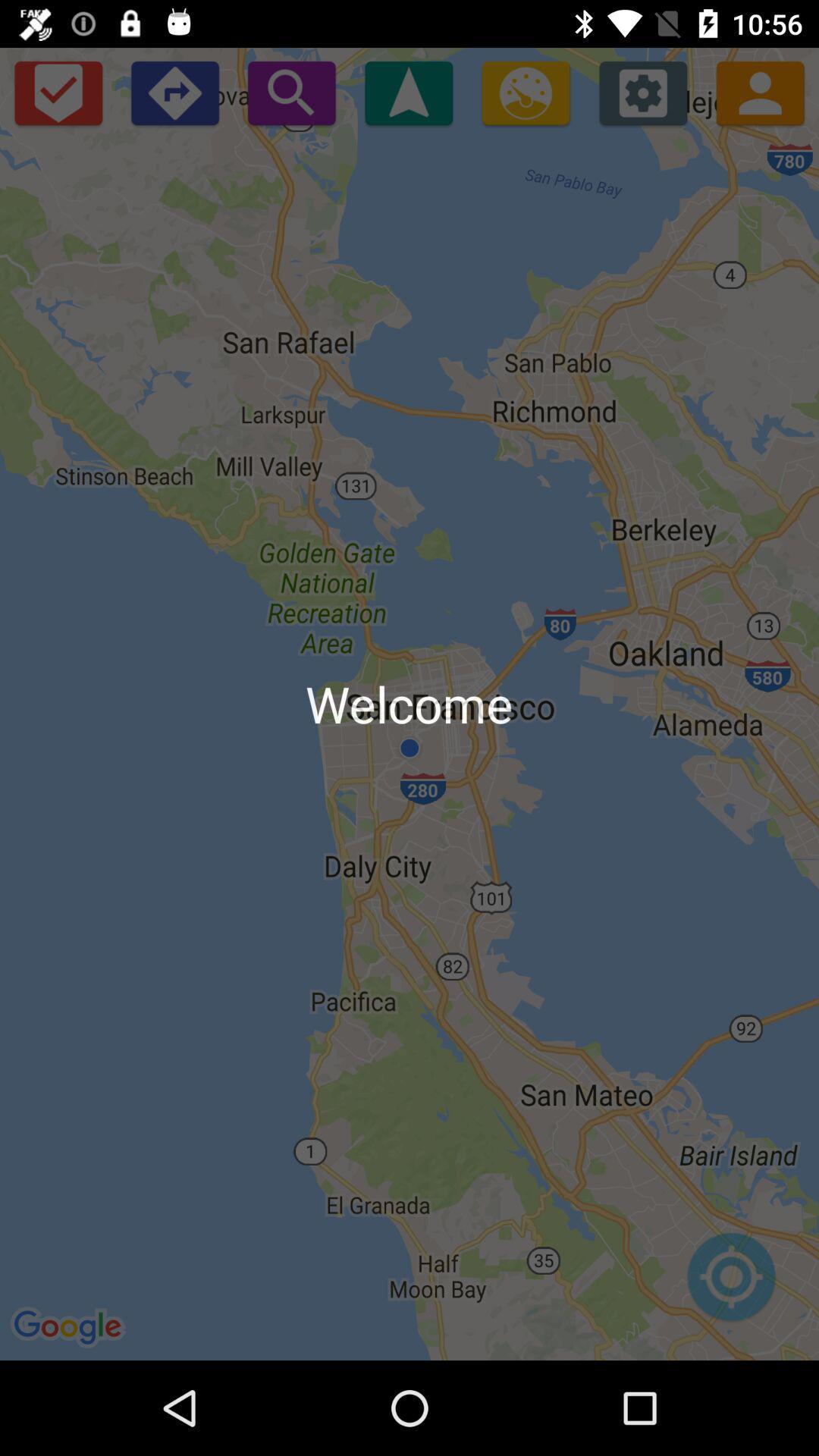 This screenshot has width=819, height=1456. I want to click on start, so click(408, 92).